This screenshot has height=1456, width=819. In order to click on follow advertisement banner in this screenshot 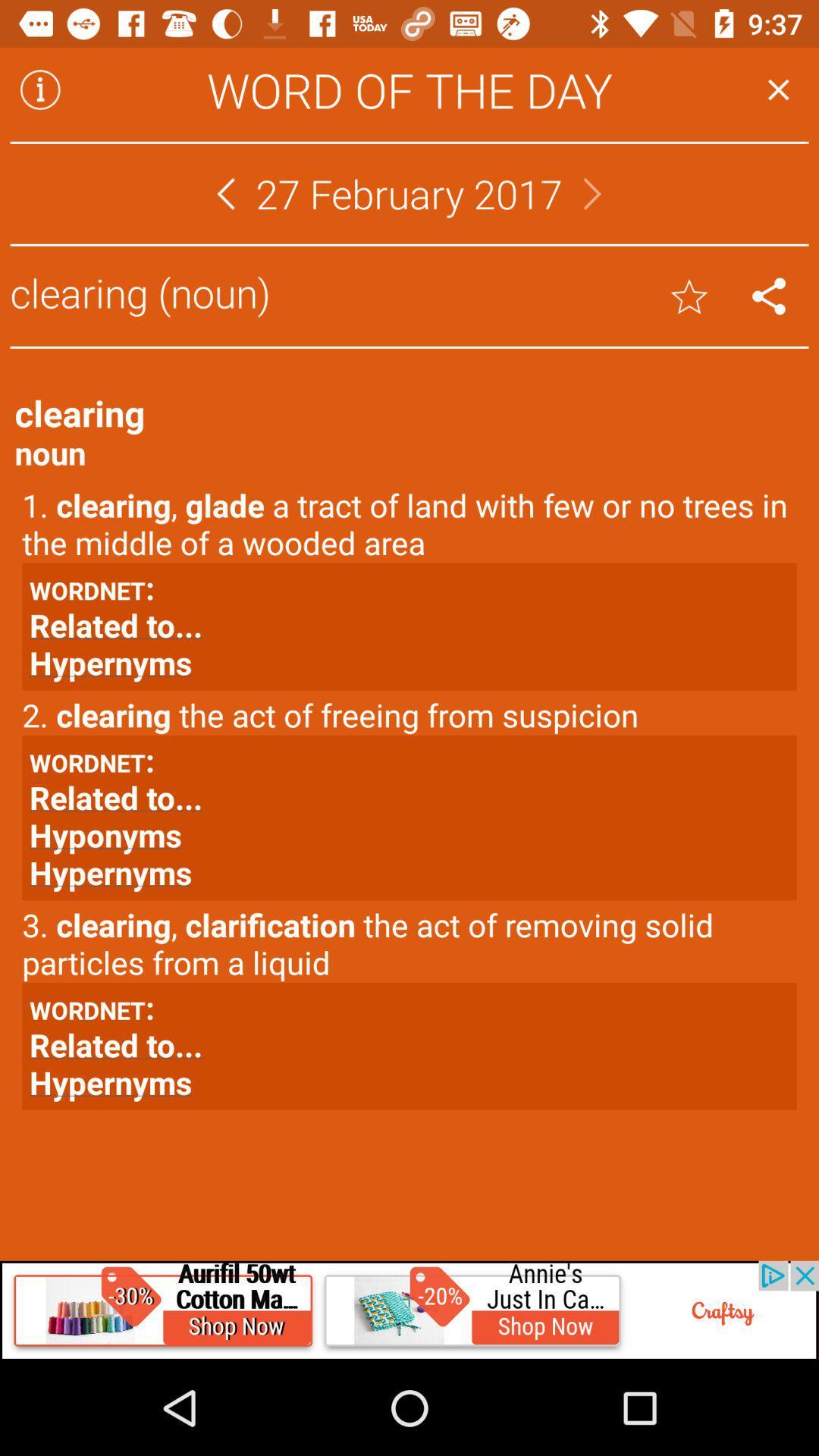, I will do `click(409, 1310)`.